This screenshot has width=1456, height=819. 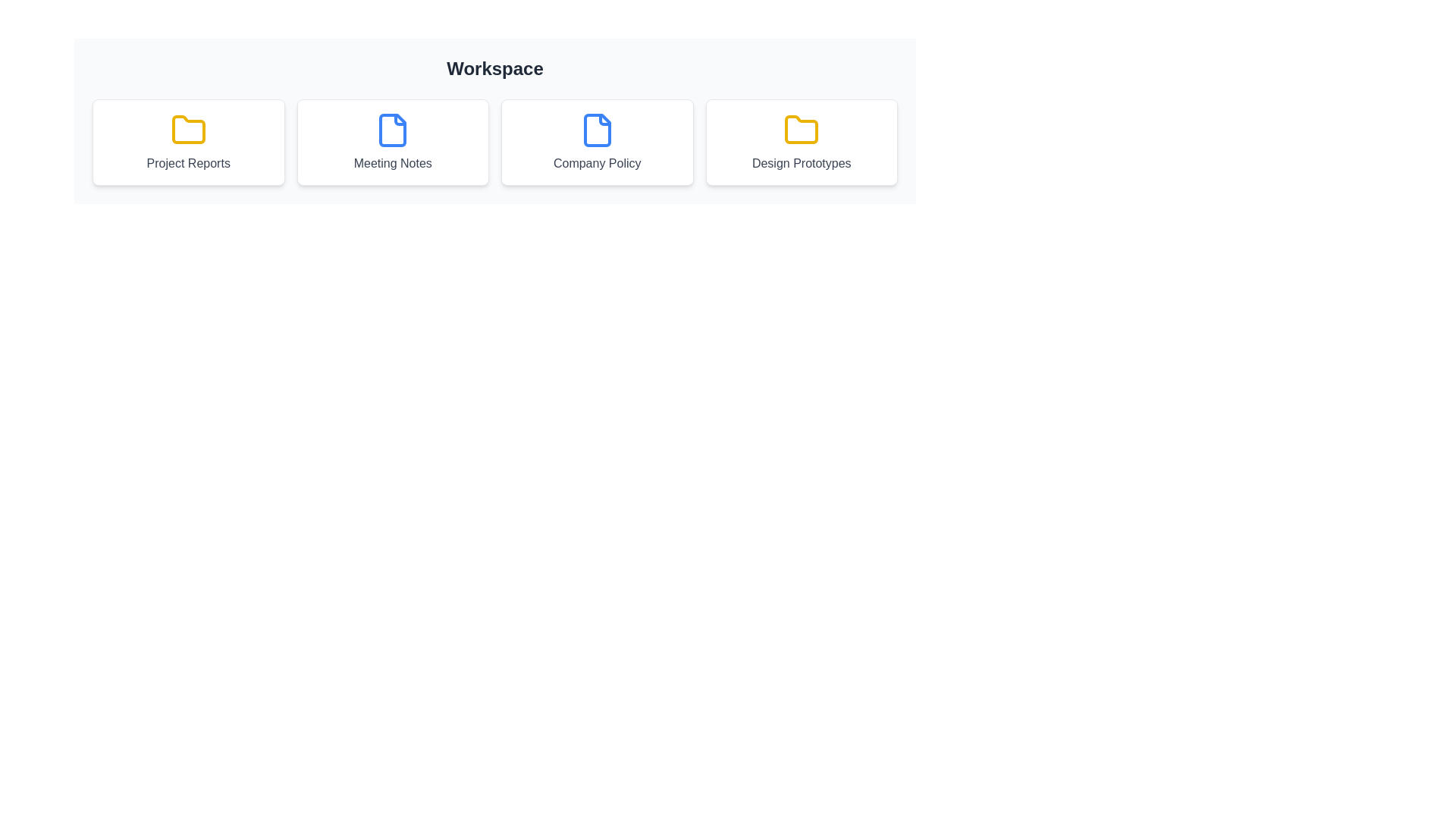 What do you see at coordinates (393, 143) in the screenshot?
I see `the second interactive card from the left in the grid layout that provides access to 'Meeting Notes' to trigger visual effects like shadow changes` at bounding box center [393, 143].